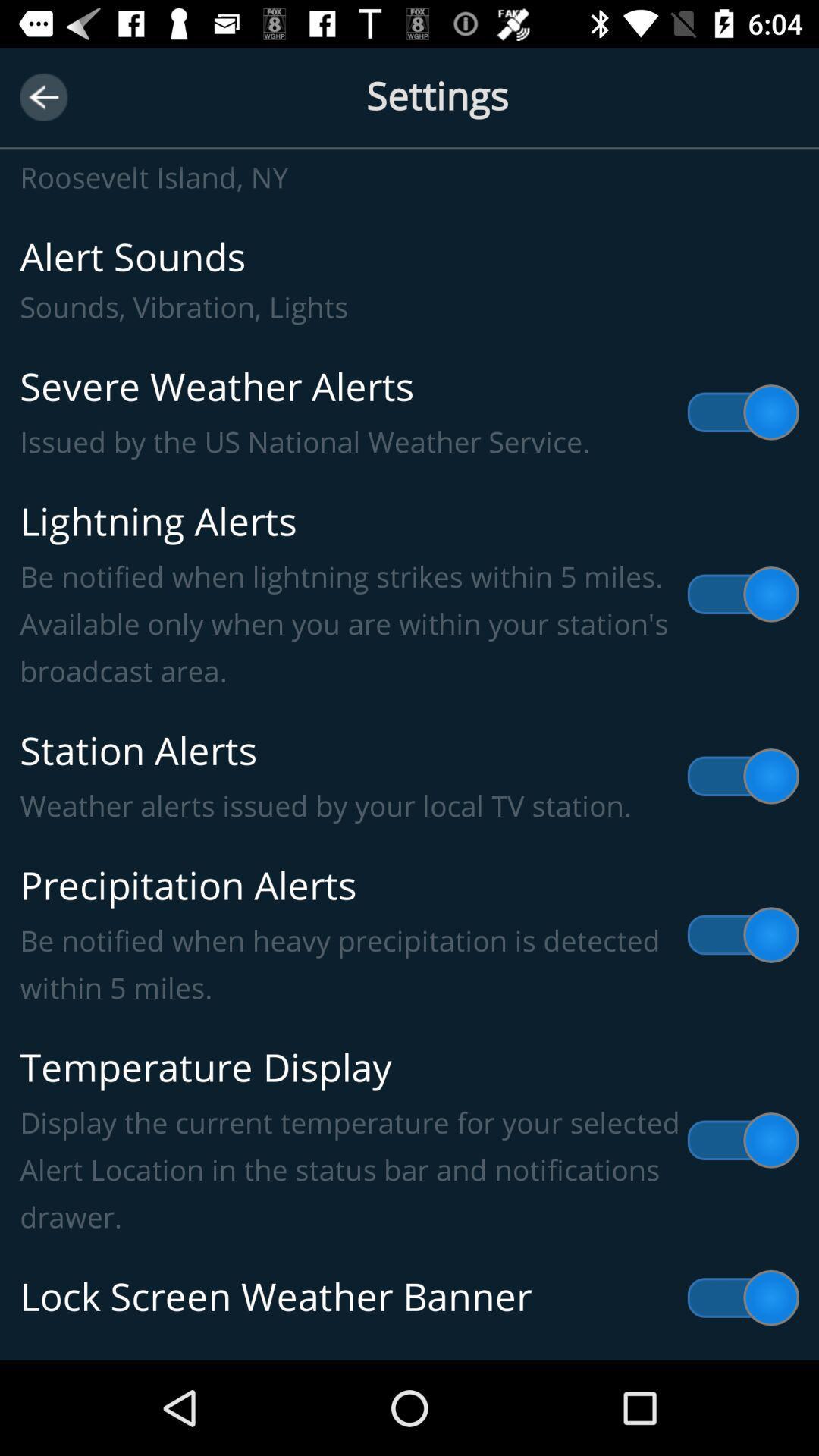  Describe the element at coordinates (409, 280) in the screenshot. I see `alert sounds sounds` at that location.